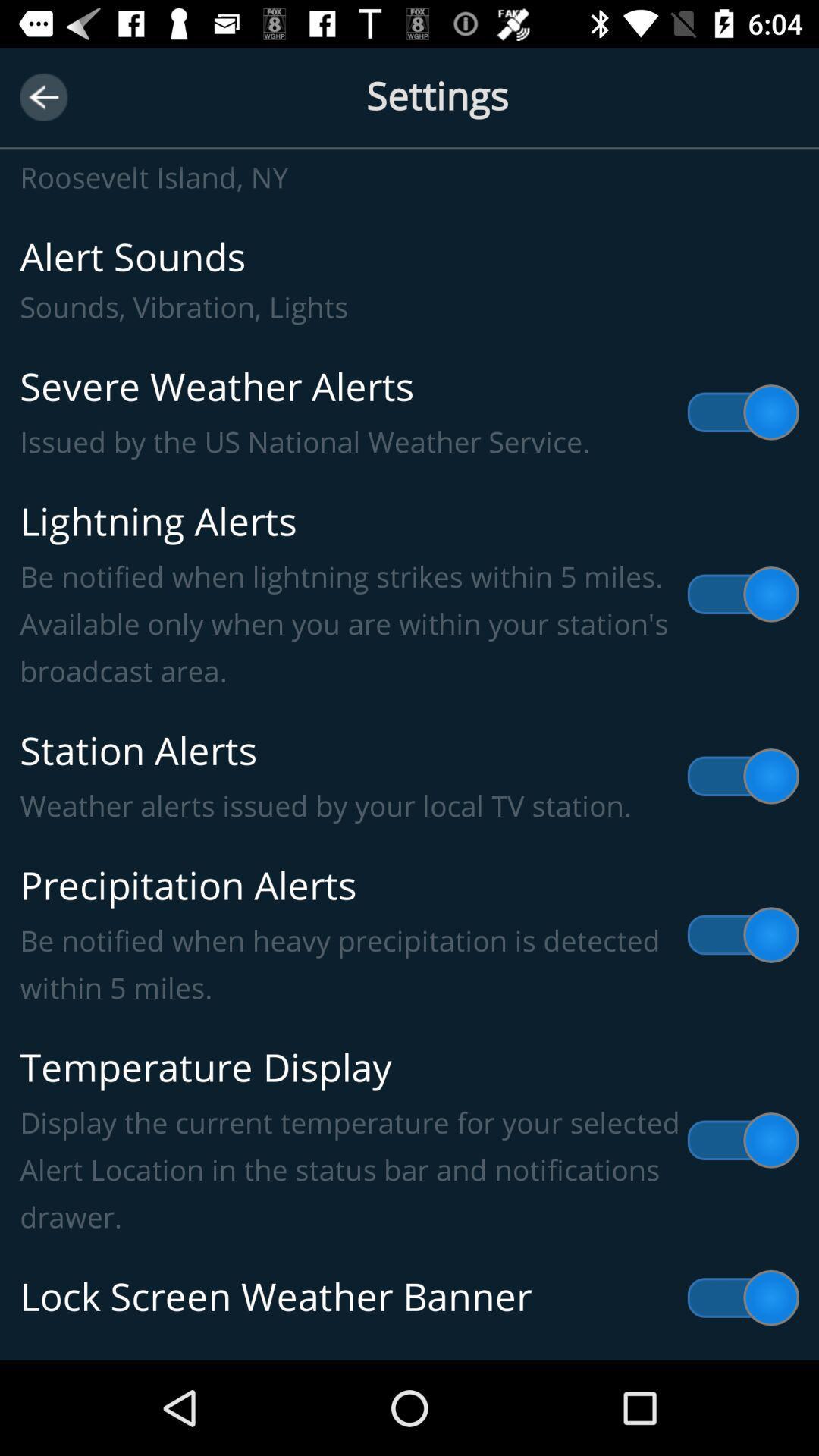  Describe the element at coordinates (409, 280) in the screenshot. I see `alert sounds sounds` at that location.